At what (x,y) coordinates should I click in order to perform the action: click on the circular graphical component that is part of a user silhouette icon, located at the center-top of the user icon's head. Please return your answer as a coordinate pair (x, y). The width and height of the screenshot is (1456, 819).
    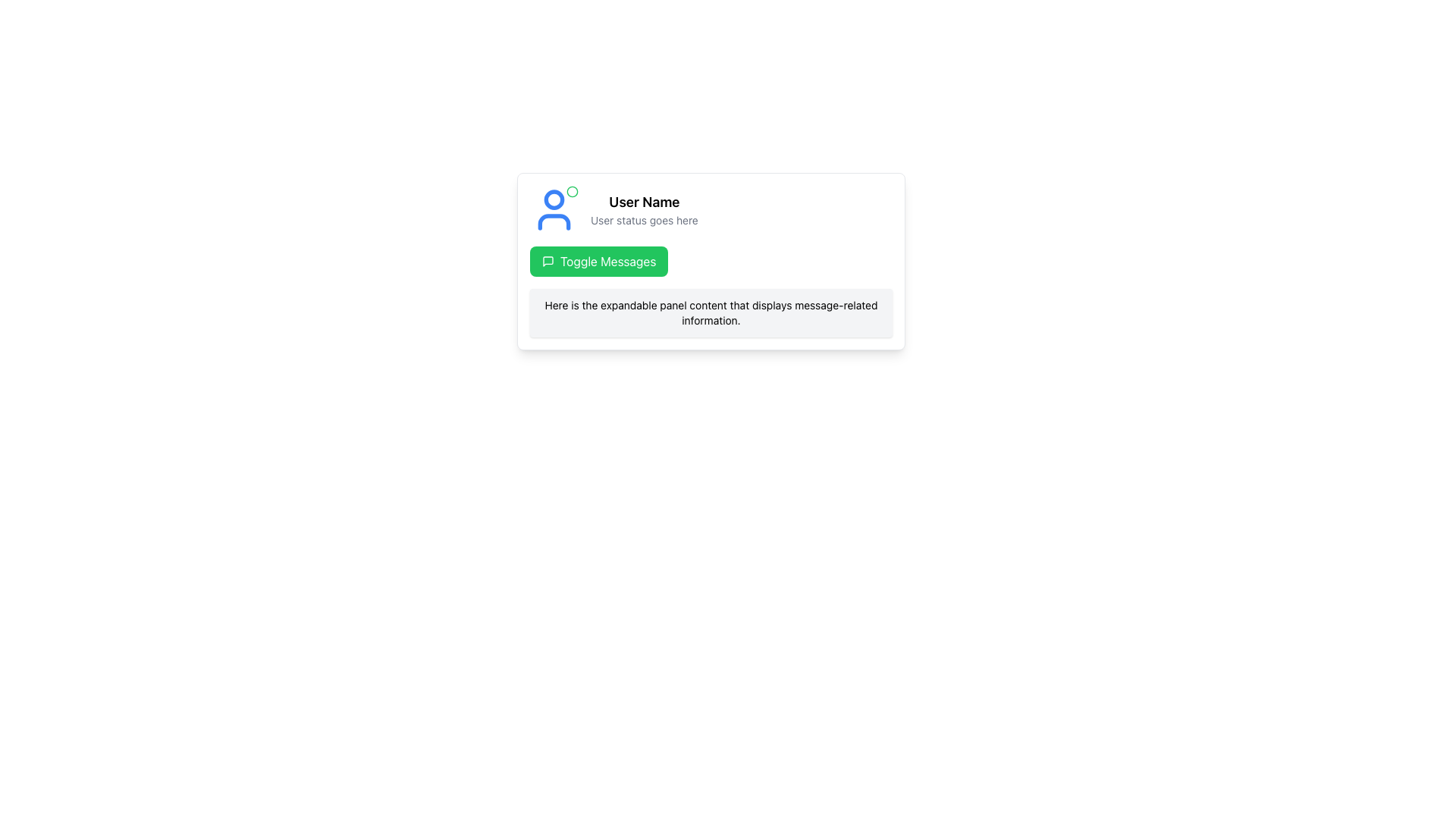
    Looking at the image, I should click on (553, 198).